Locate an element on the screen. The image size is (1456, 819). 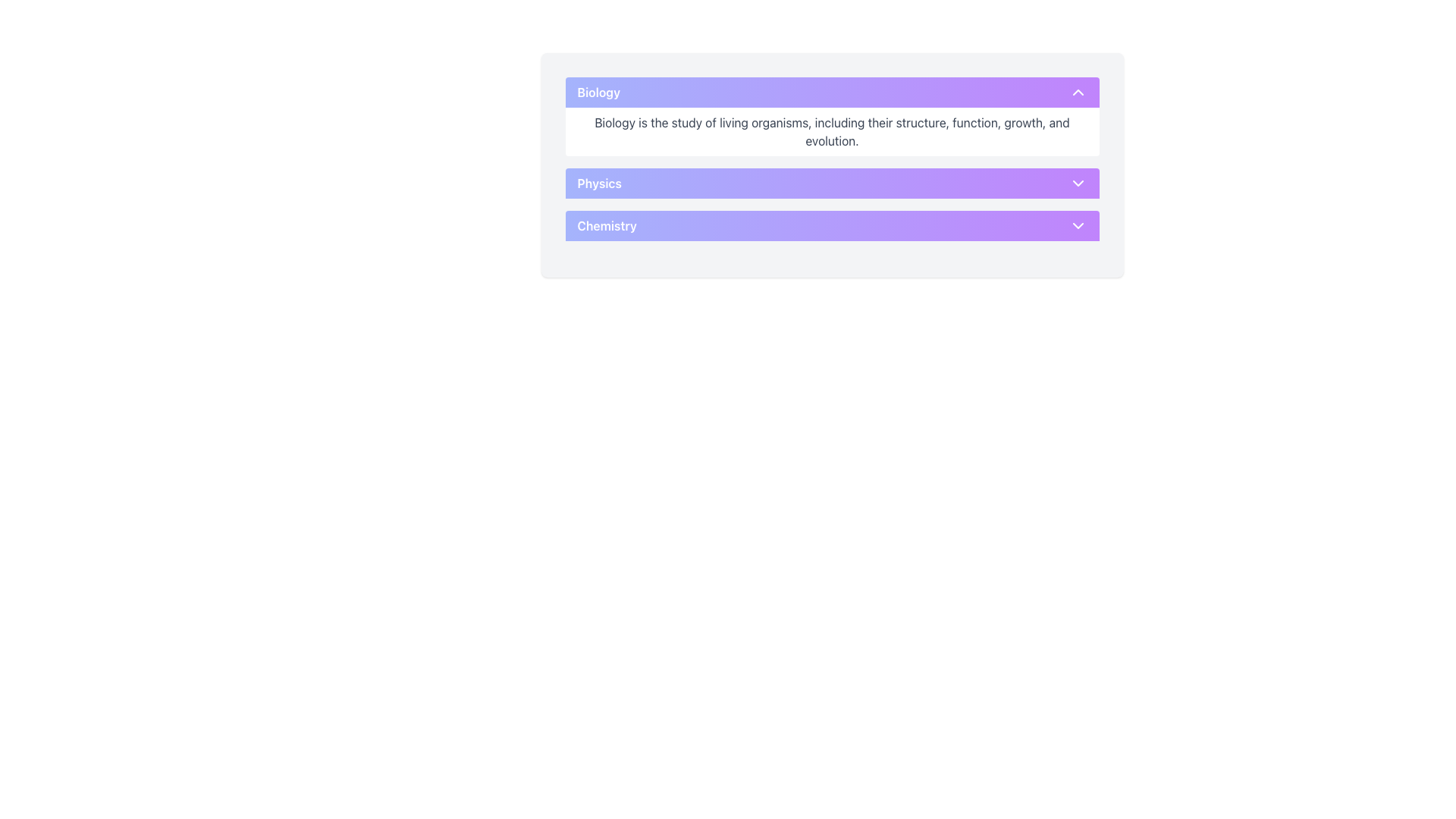
text content of the 'Biology' label, which is displayed in bold font within a gradient-colored bar at the top of the subject headers is located at coordinates (598, 93).